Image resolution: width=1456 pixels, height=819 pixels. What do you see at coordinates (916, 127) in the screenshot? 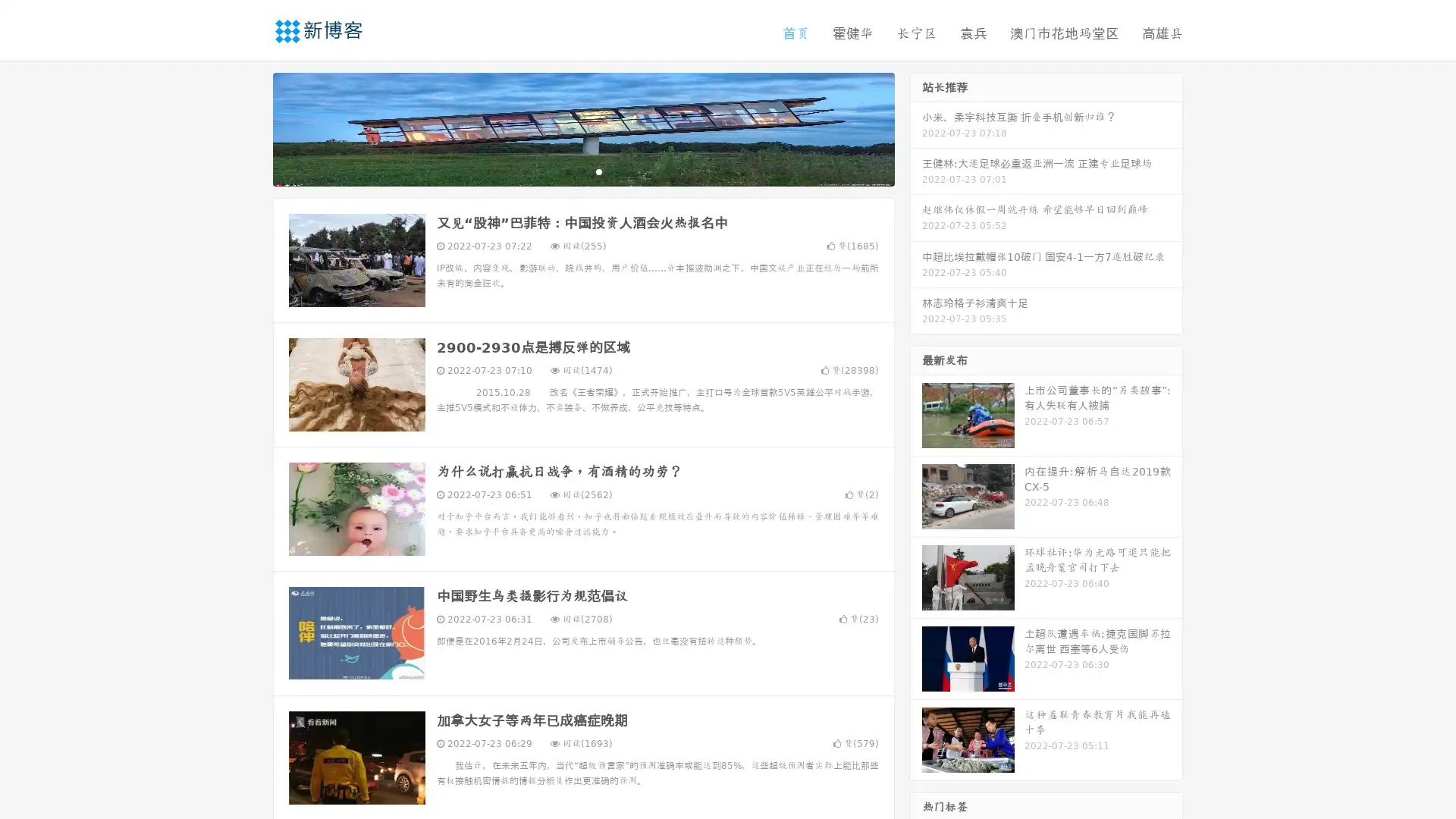
I see `Next slide` at bounding box center [916, 127].